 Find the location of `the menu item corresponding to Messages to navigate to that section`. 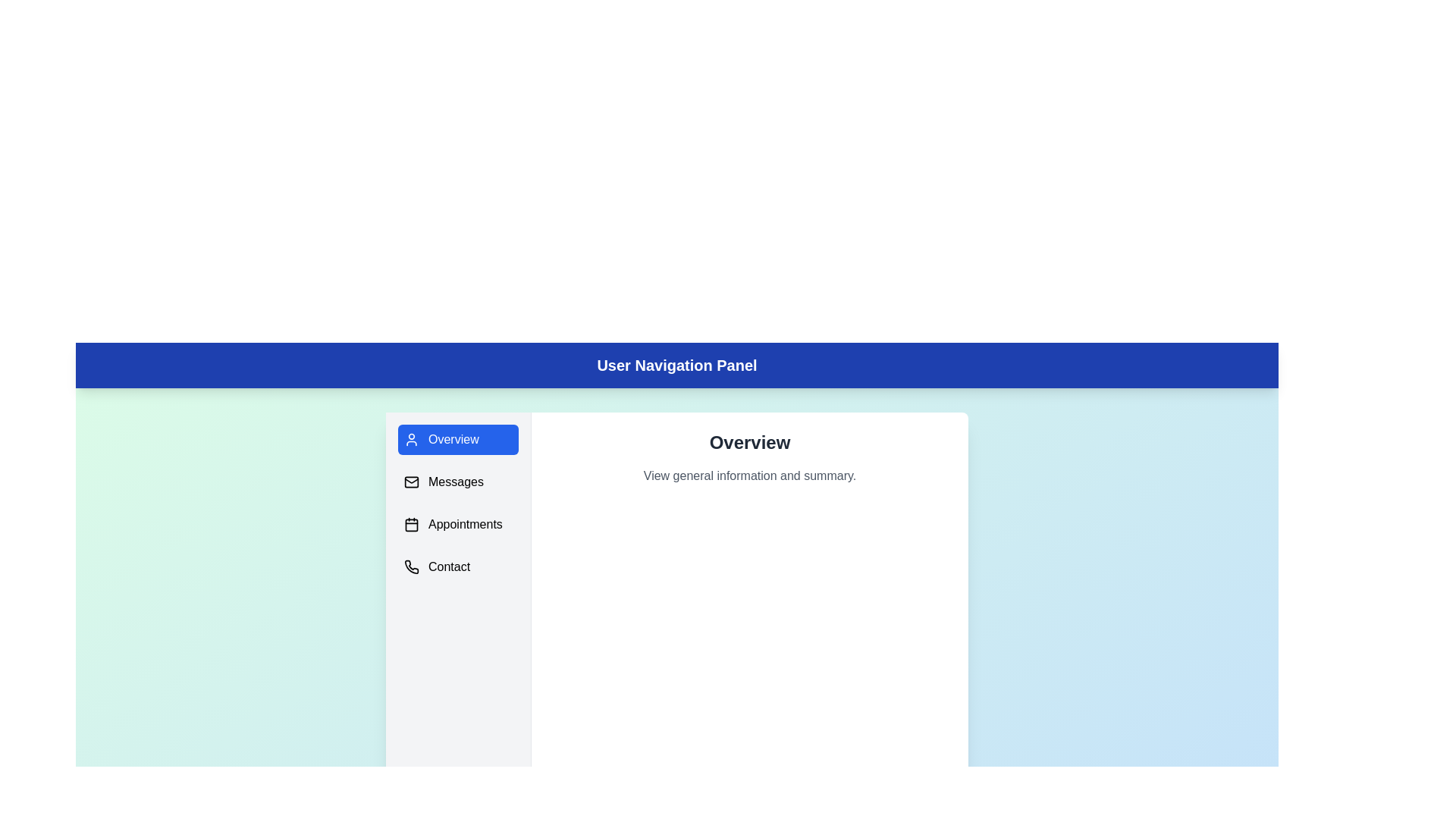

the menu item corresponding to Messages to navigate to that section is located at coordinates (457, 482).